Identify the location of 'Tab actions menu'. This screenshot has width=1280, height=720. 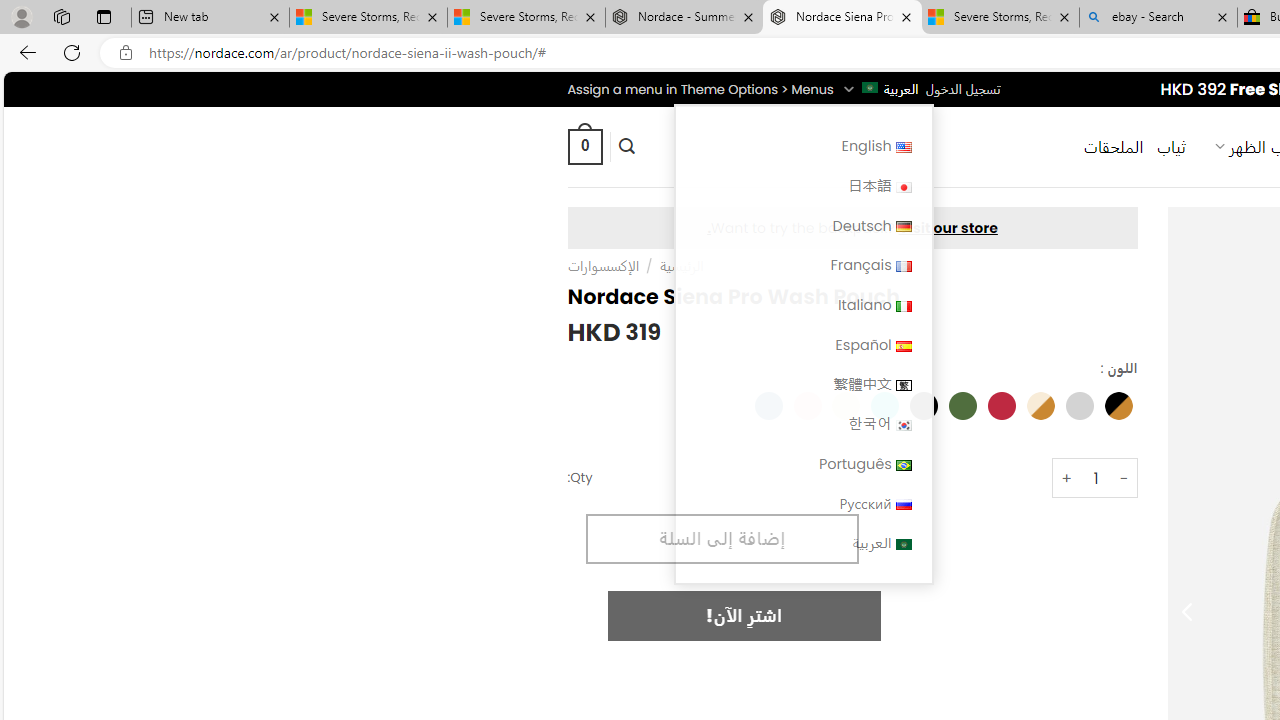
(103, 16).